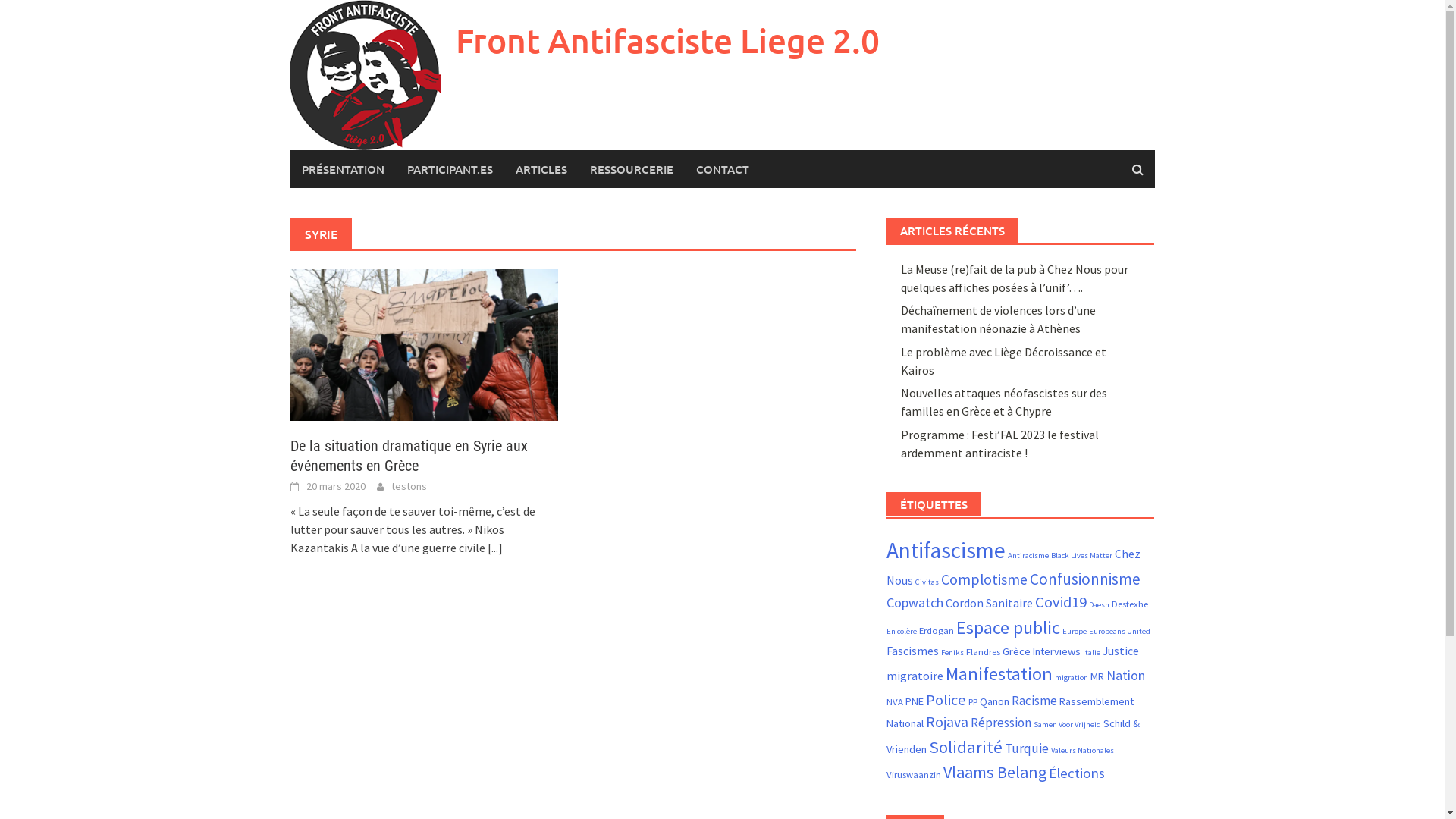 The height and width of the screenshot is (819, 1456). What do you see at coordinates (912, 774) in the screenshot?
I see `'Viruswaanzin'` at bounding box center [912, 774].